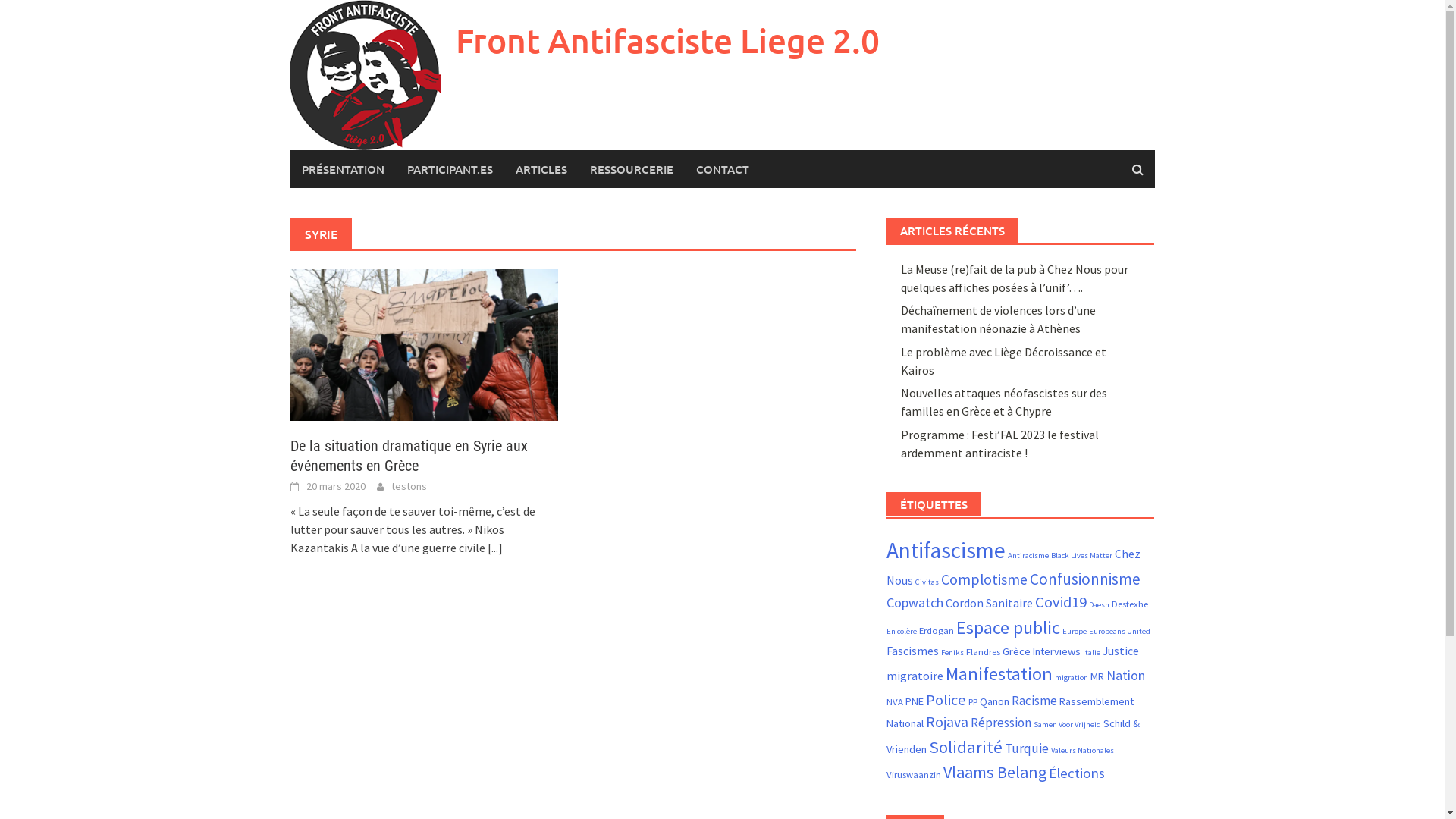 The height and width of the screenshot is (819, 1456). What do you see at coordinates (912, 774) in the screenshot?
I see `'Viruswaanzin'` at bounding box center [912, 774].